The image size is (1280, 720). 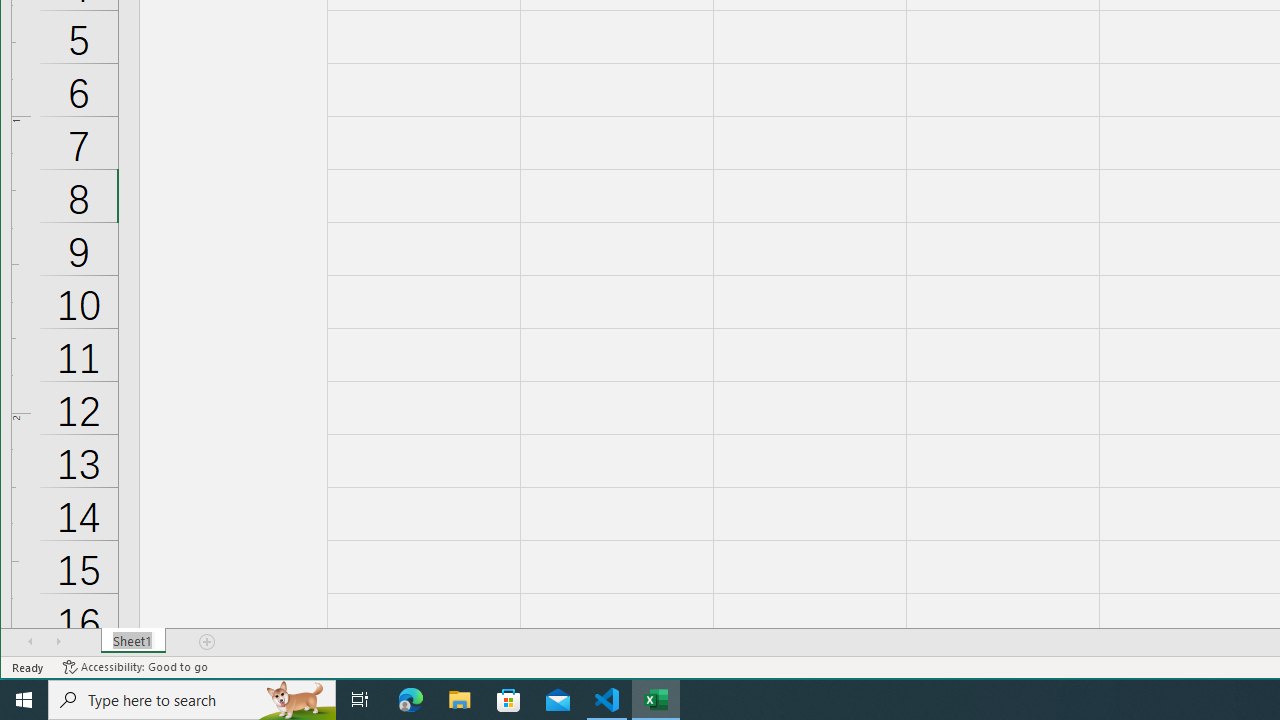 What do you see at coordinates (359, 698) in the screenshot?
I see `'Task View'` at bounding box center [359, 698].